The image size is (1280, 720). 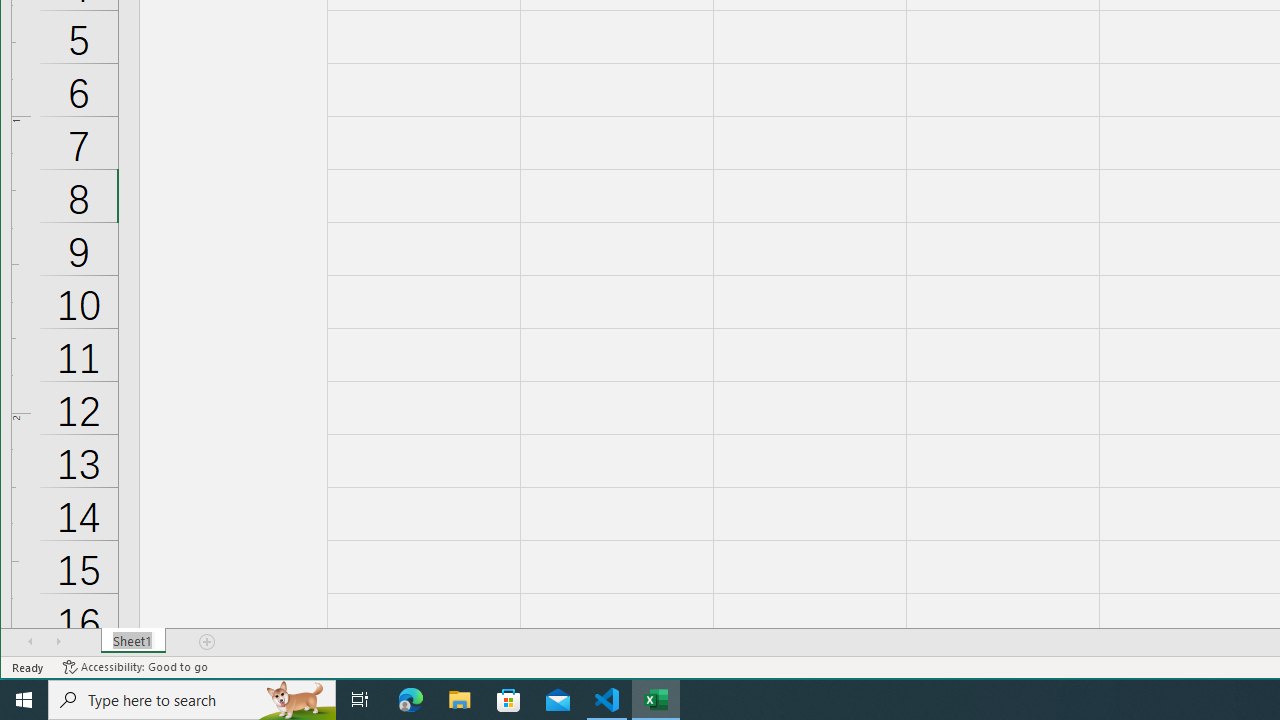 What do you see at coordinates (359, 698) in the screenshot?
I see `'Task View'` at bounding box center [359, 698].